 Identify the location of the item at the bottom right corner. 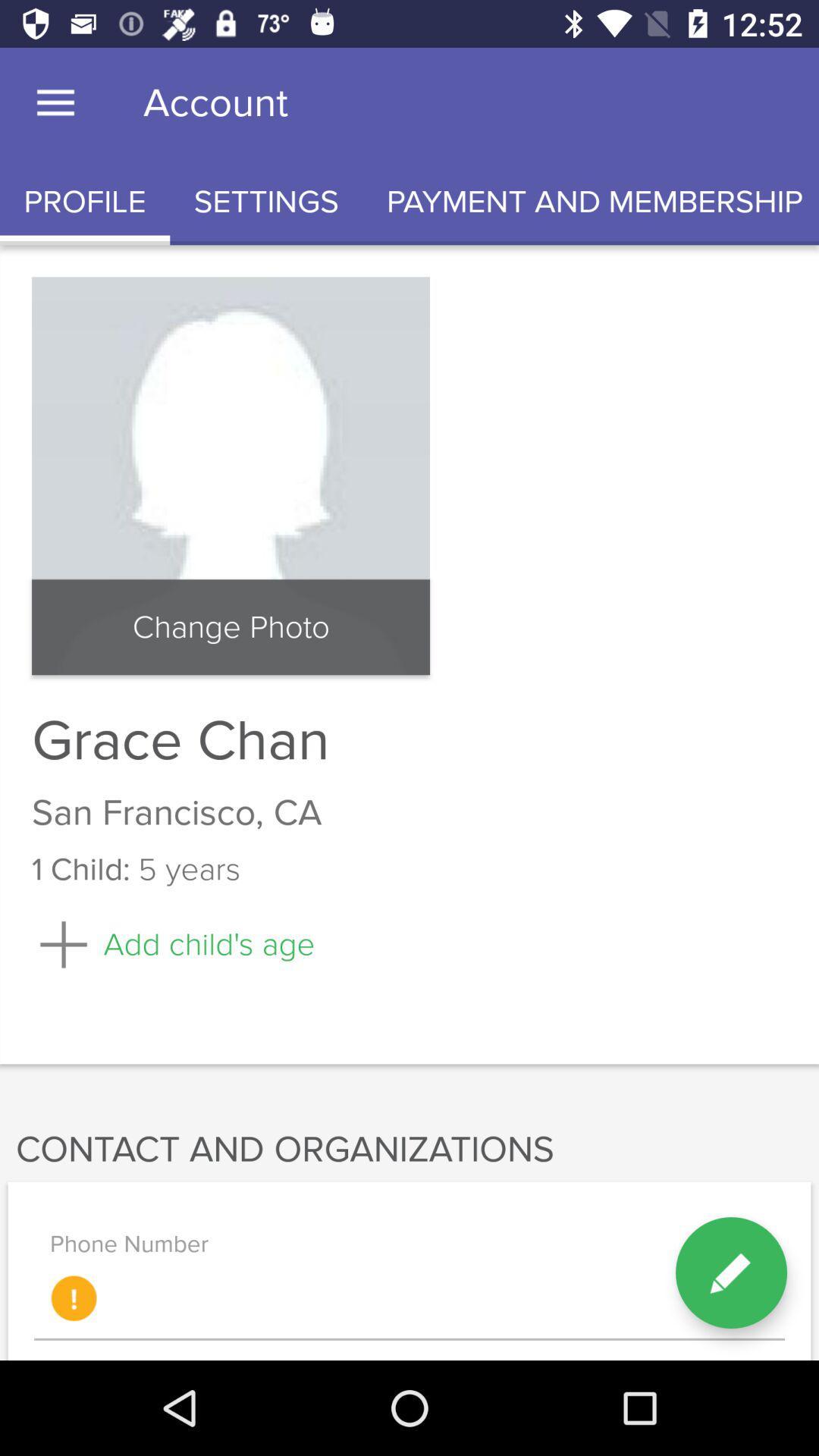
(730, 1272).